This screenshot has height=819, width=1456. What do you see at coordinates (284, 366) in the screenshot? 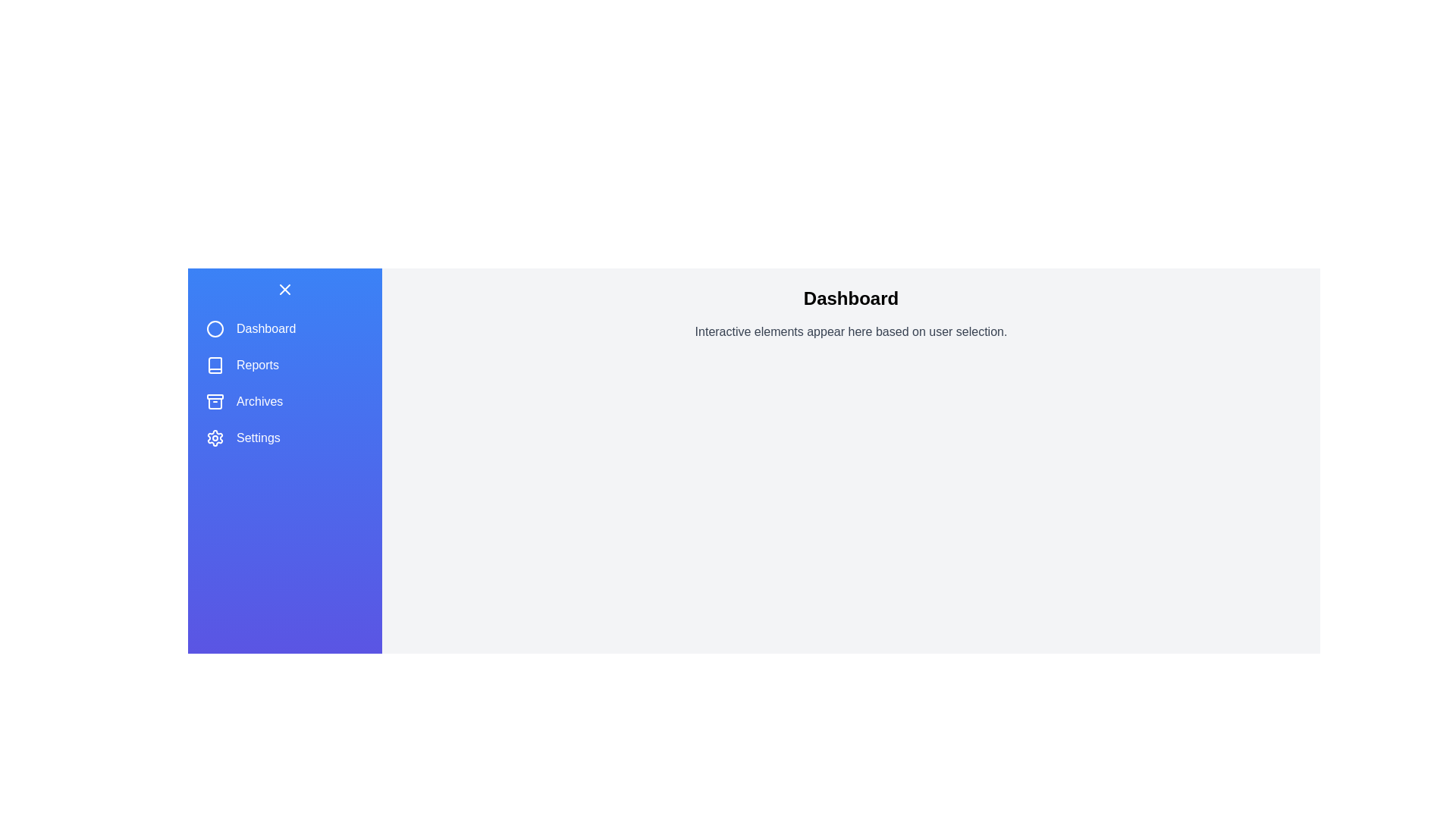
I see `the menu item labeled Reports` at bounding box center [284, 366].